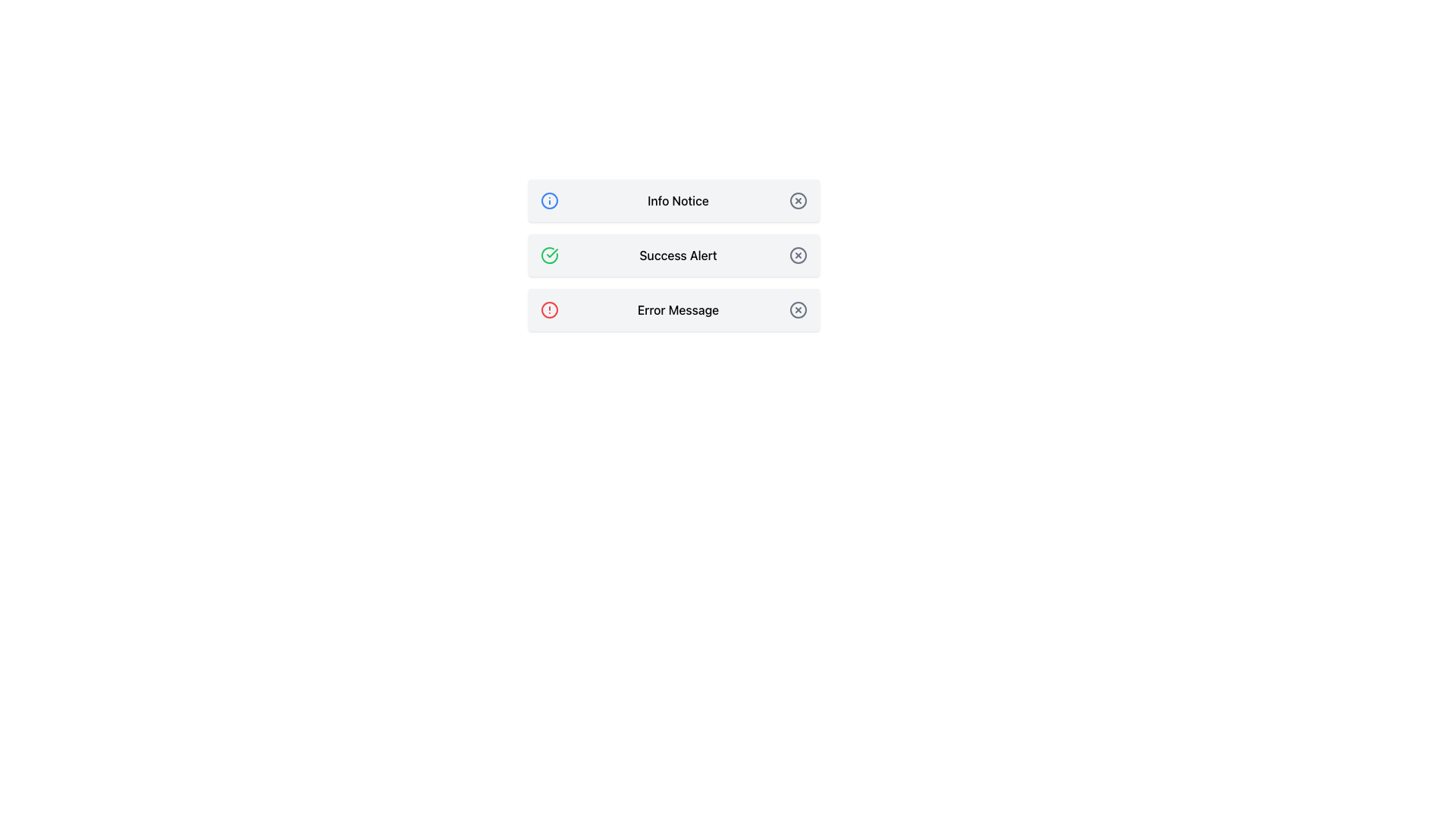 This screenshot has height=819, width=1456. Describe the element at coordinates (677, 254) in the screenshot. I see `the text label element that indicates the success status of the alert, located immediately to the right of the success icon` at that location.